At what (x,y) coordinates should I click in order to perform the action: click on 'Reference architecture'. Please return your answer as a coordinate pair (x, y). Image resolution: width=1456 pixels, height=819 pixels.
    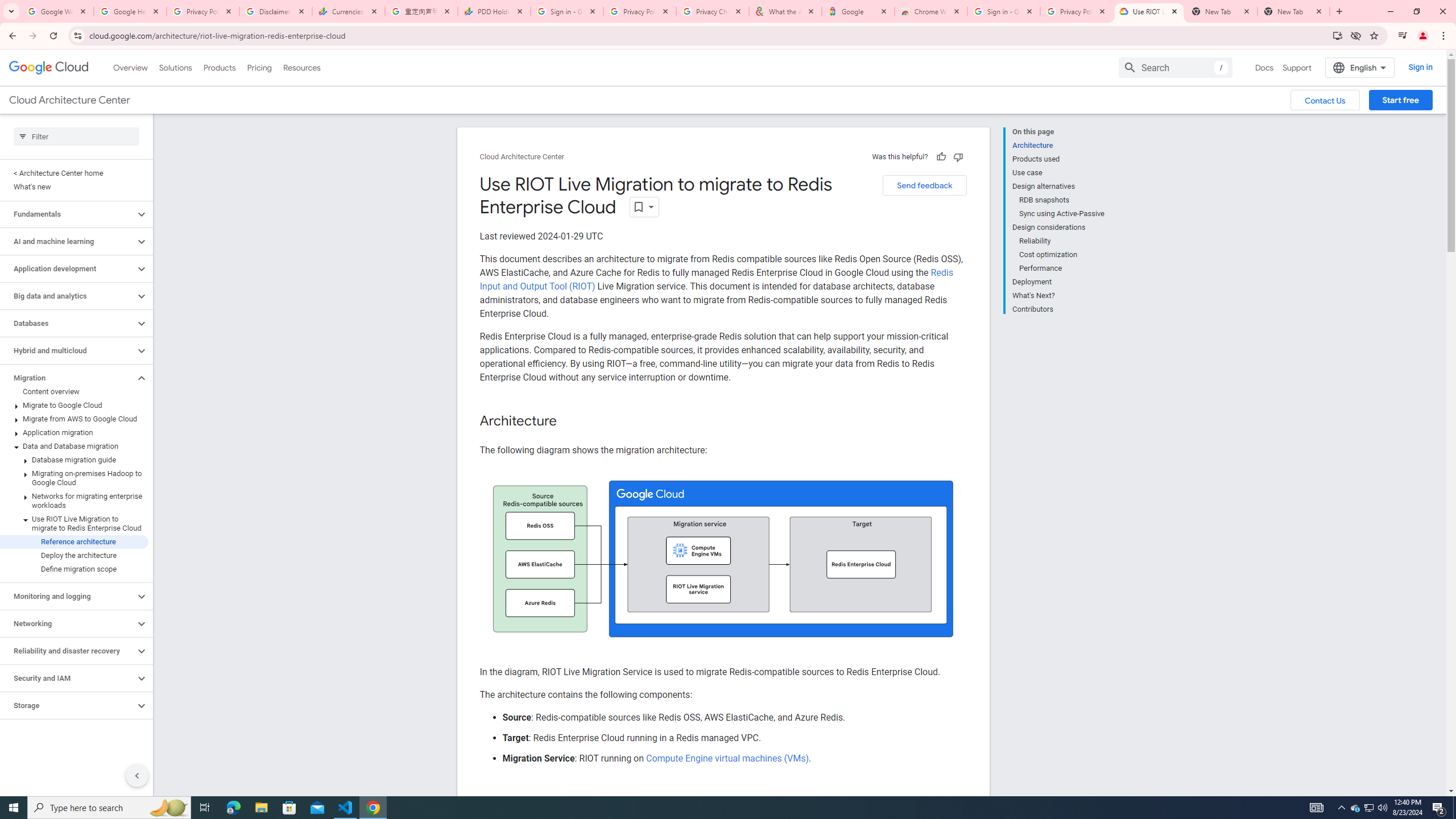
    Looking at the image, I should click on (74, 541).